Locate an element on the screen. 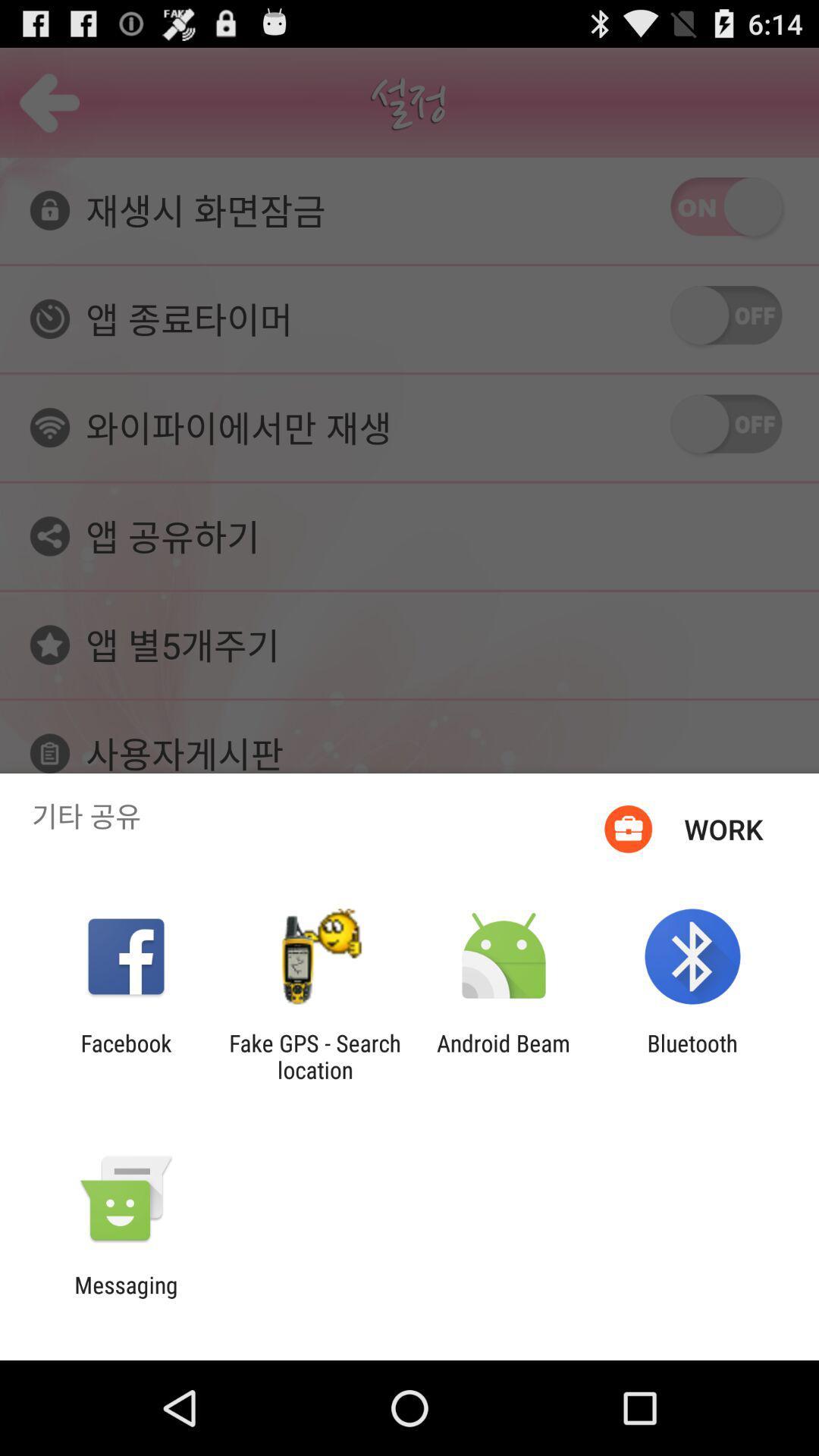 This screenshot has height=1456, width=819. messaging is located at coordinates (125, 1298).